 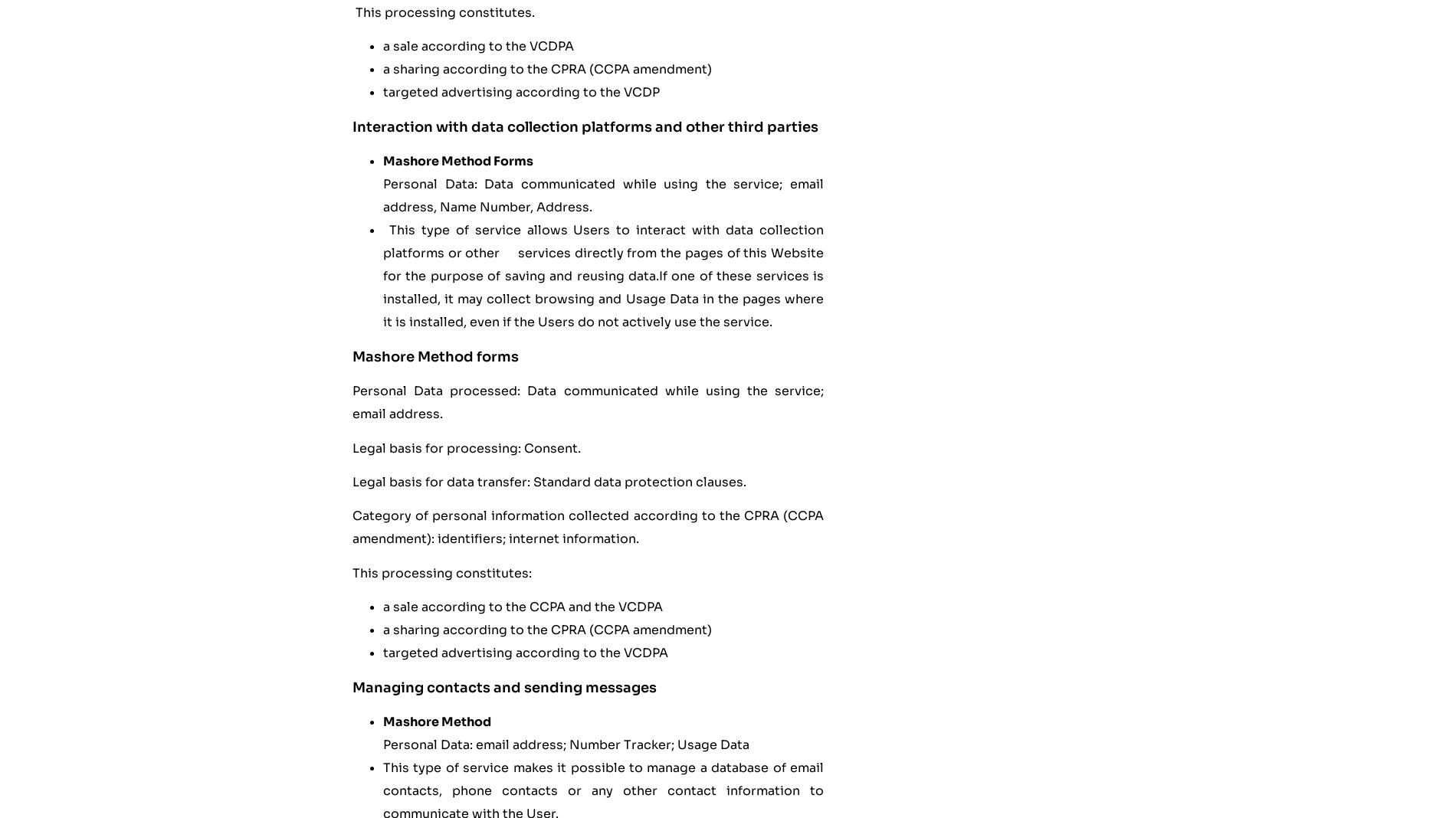 I want to click on 'Personal Data processed: Data communicated while using the service; email address.', so click(x=351, y=402).